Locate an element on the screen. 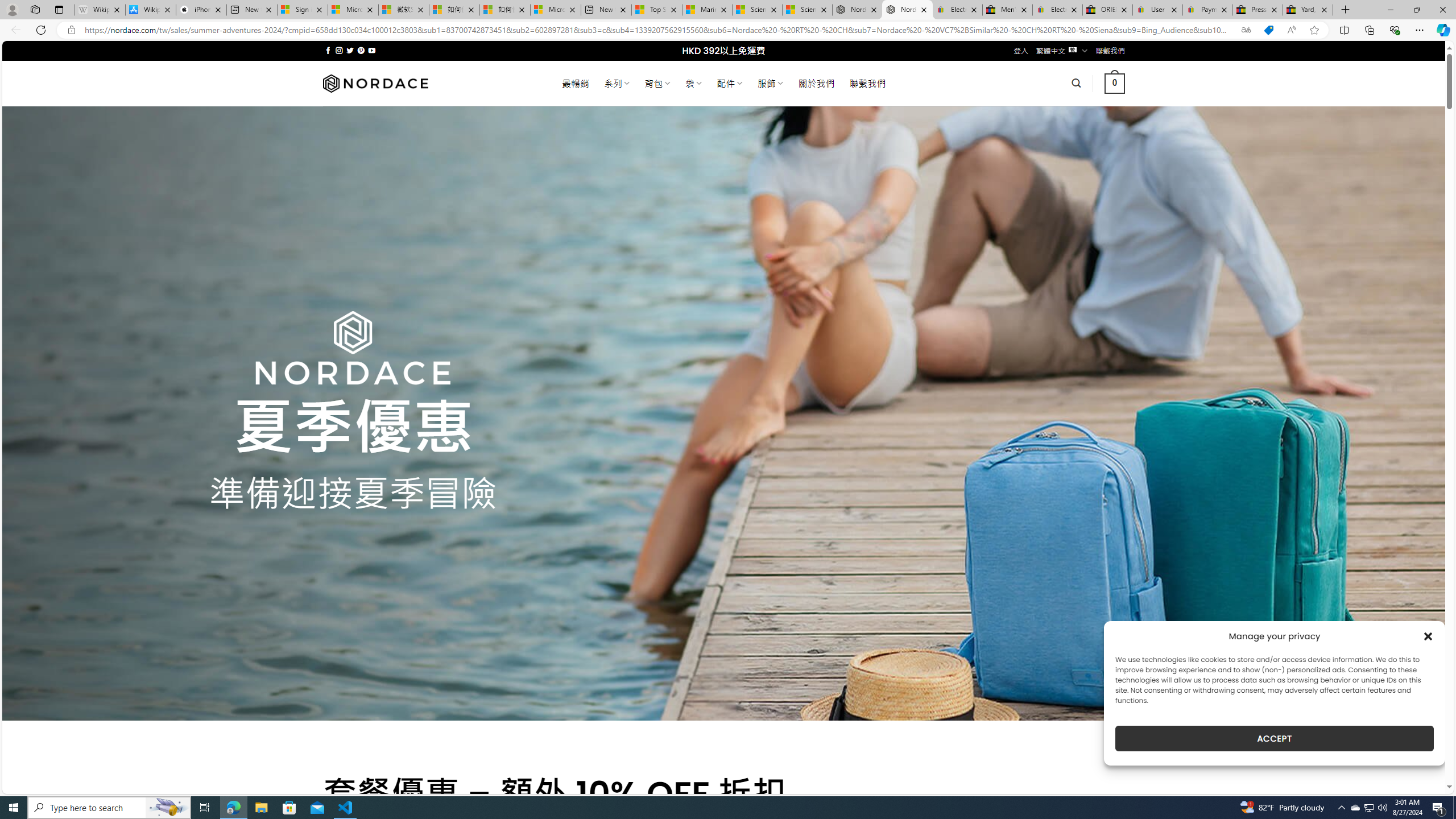  'Class: cmplz-close' is located at coordinates (1428, 636).